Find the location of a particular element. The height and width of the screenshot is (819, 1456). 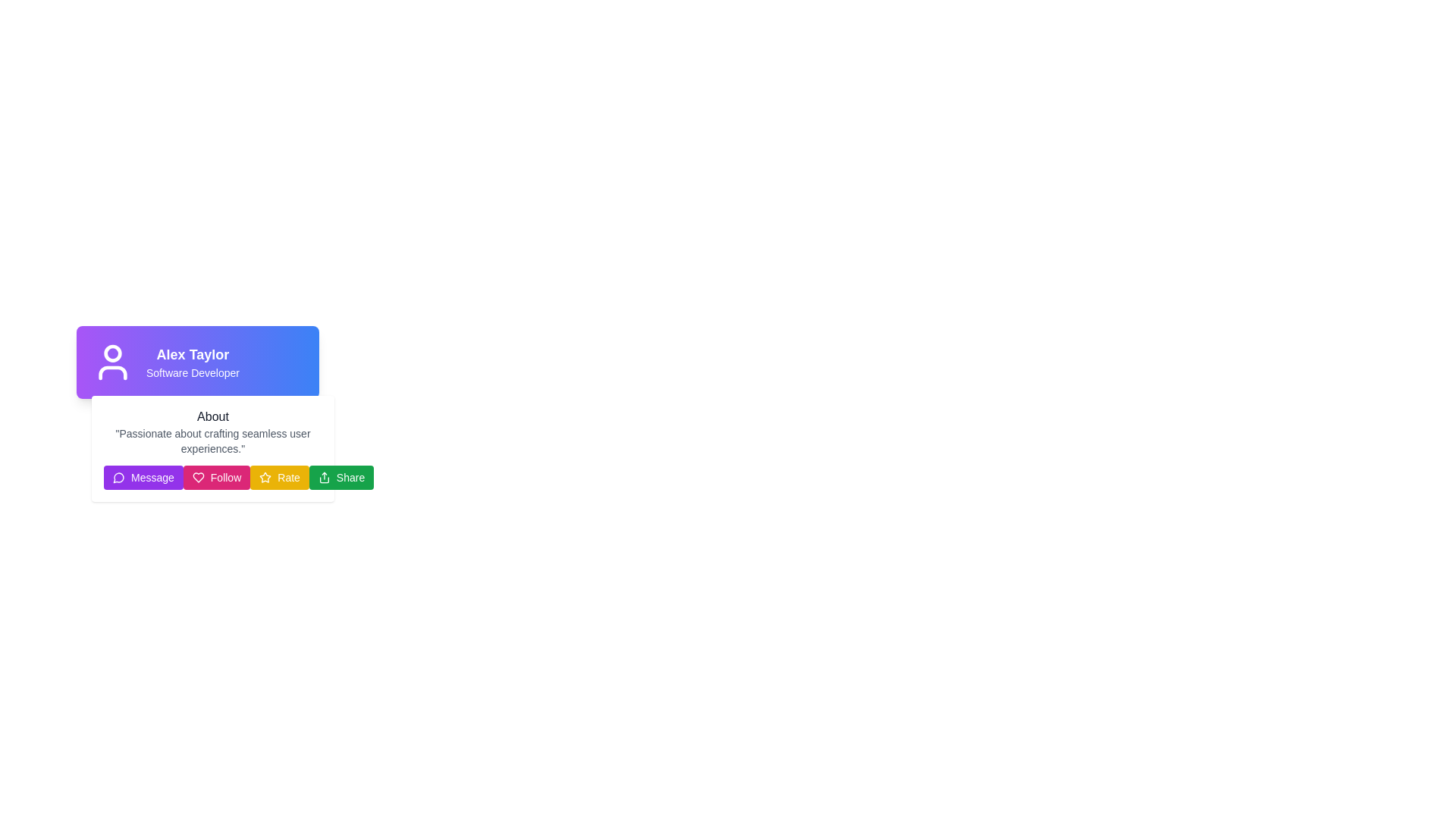

the bright yellow star icon with a hollow center, which is part of the rating feature is located at coordinates (265, 476).